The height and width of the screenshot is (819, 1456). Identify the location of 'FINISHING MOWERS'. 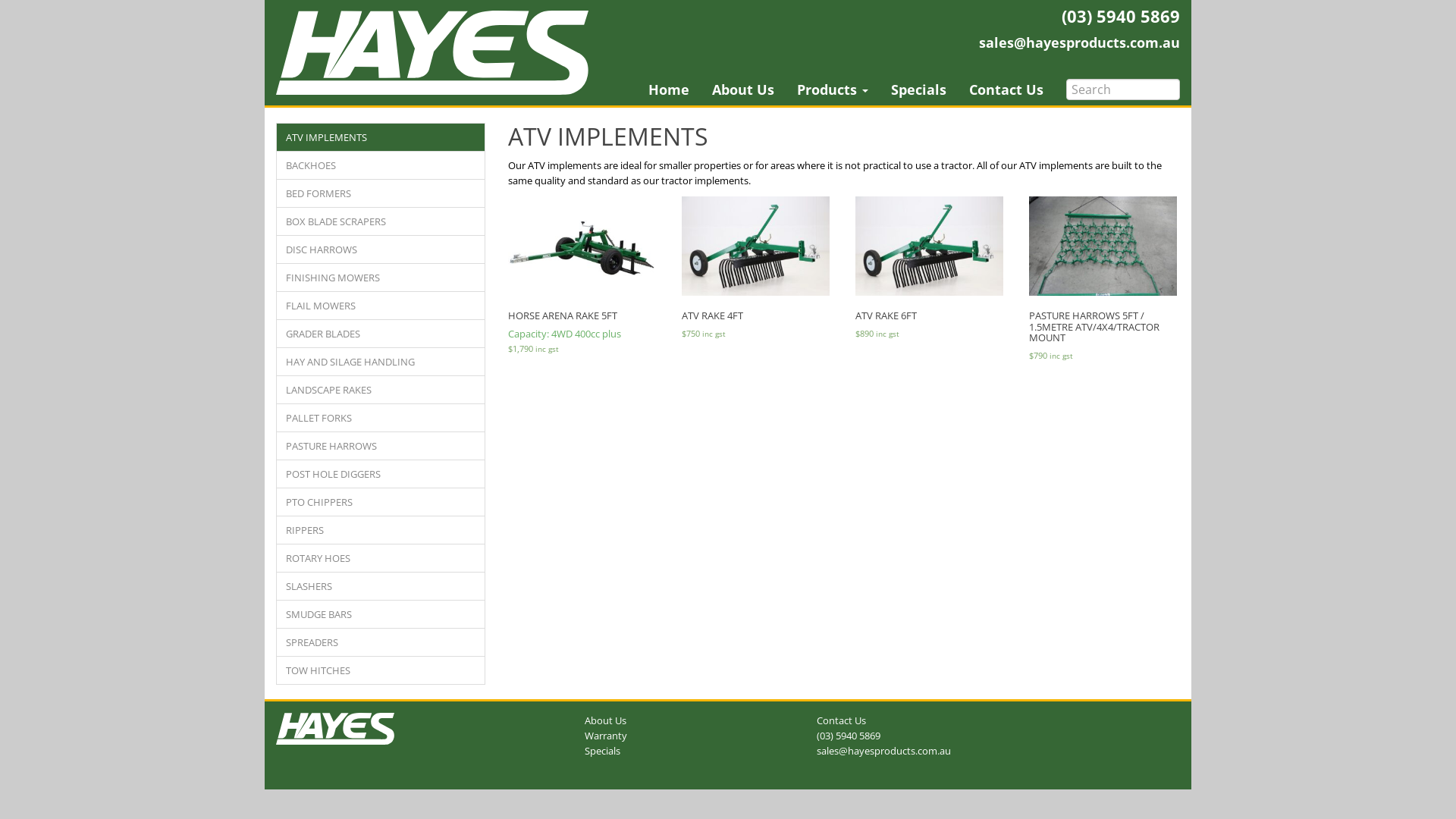
(381, 278).